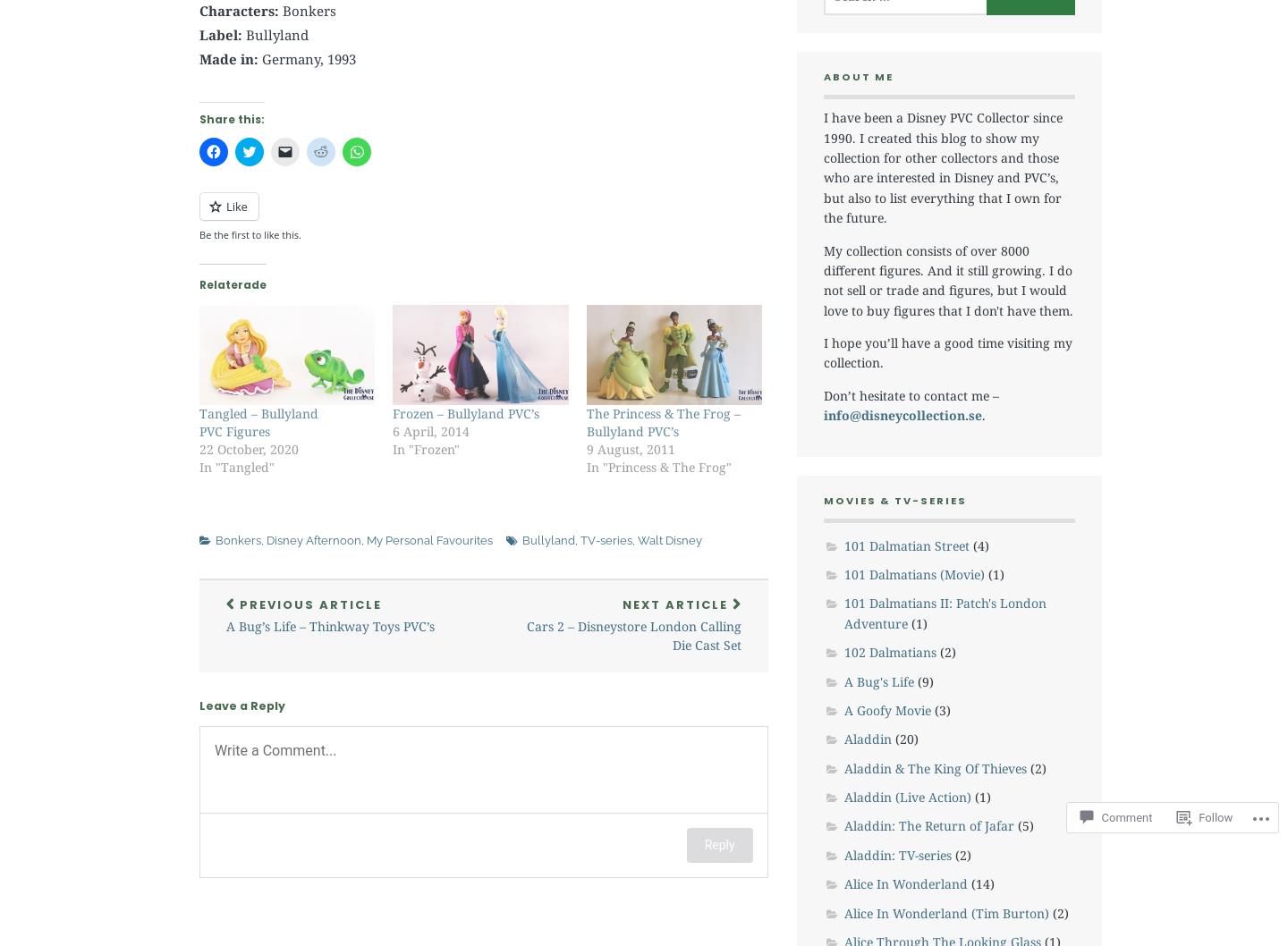  What do you see at coordinates (935, 766) in the screenshot?
I see `'Aladdin & The King Of Thieves'` at bounding box center [935, 766].